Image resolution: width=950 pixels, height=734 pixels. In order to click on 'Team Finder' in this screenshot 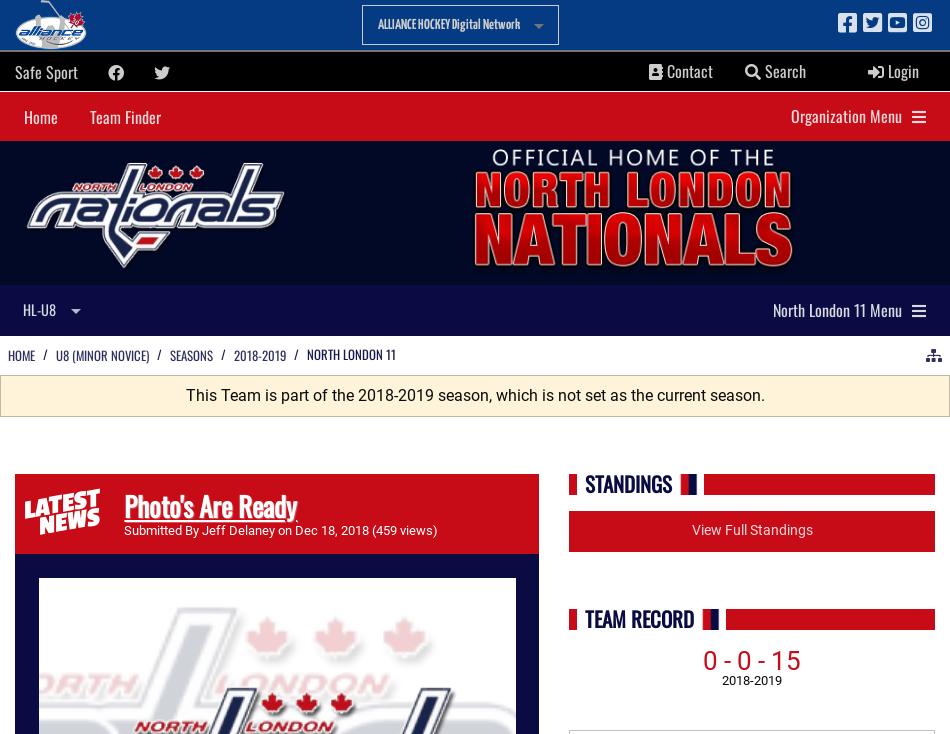, I will do `click(125, 115)`.